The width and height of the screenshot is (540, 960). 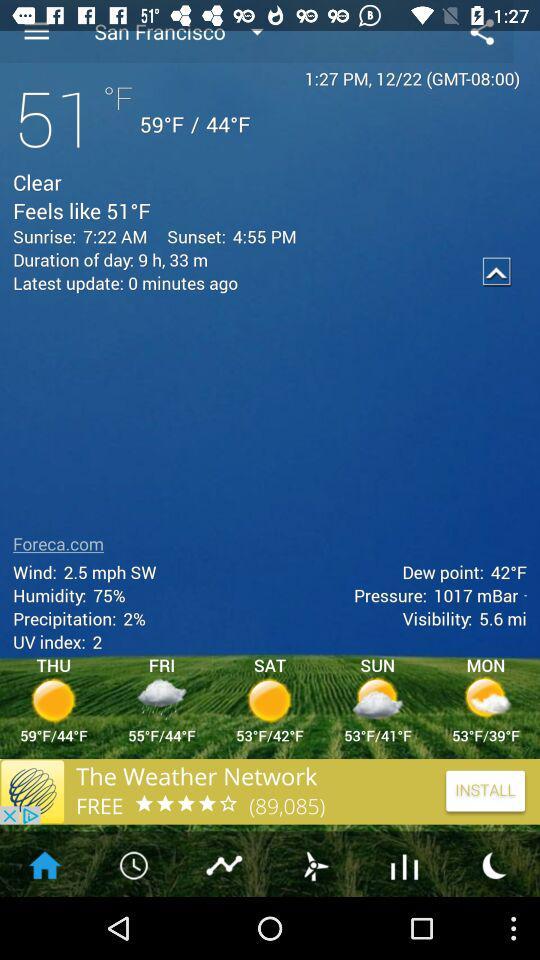 I want to click on the second option at the bottom left of the page, so click(x=135, y=863).